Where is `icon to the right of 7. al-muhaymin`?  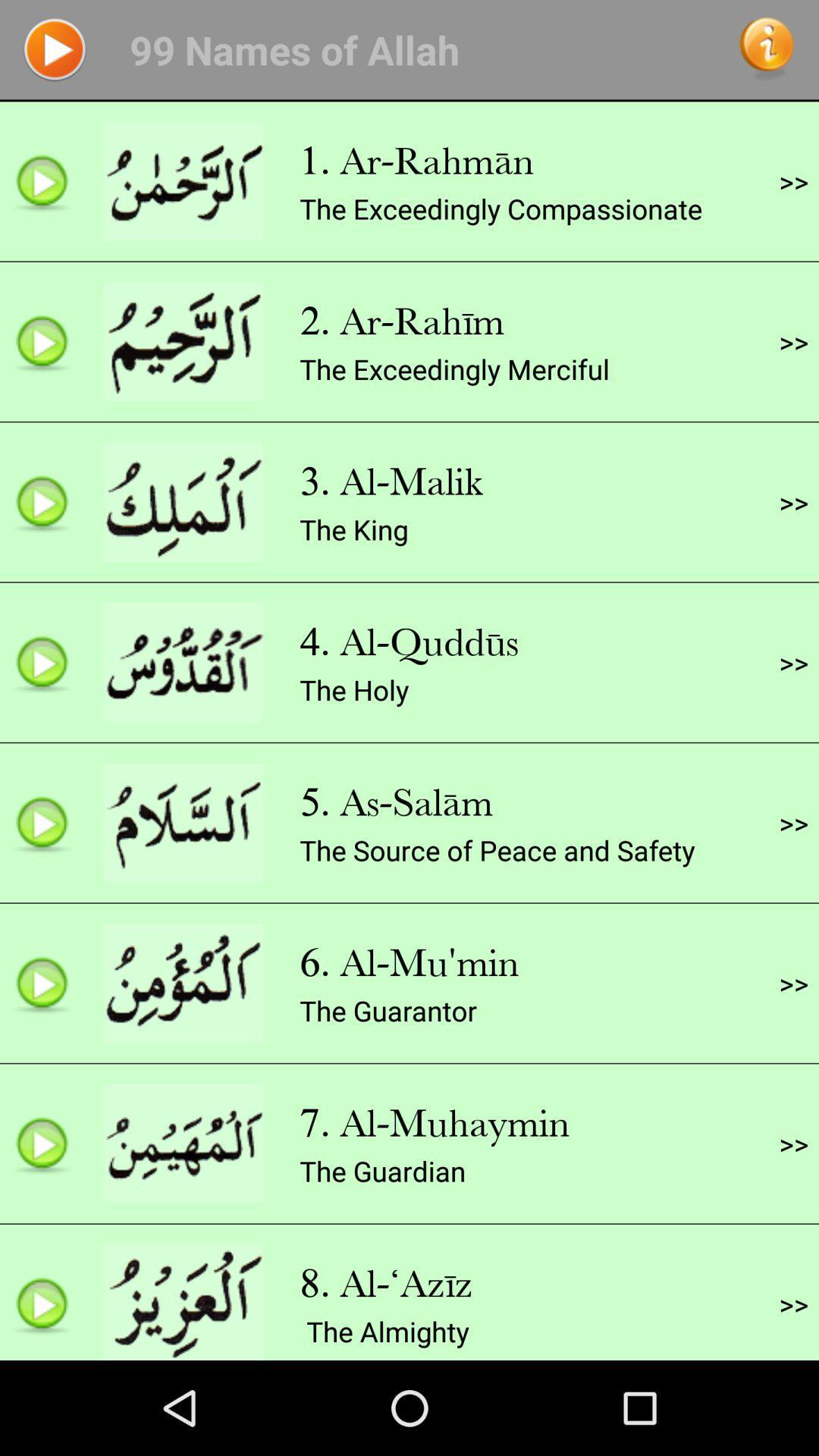 icon to the right of 7. al-muhaymin is located at coordinates (792, 1144).